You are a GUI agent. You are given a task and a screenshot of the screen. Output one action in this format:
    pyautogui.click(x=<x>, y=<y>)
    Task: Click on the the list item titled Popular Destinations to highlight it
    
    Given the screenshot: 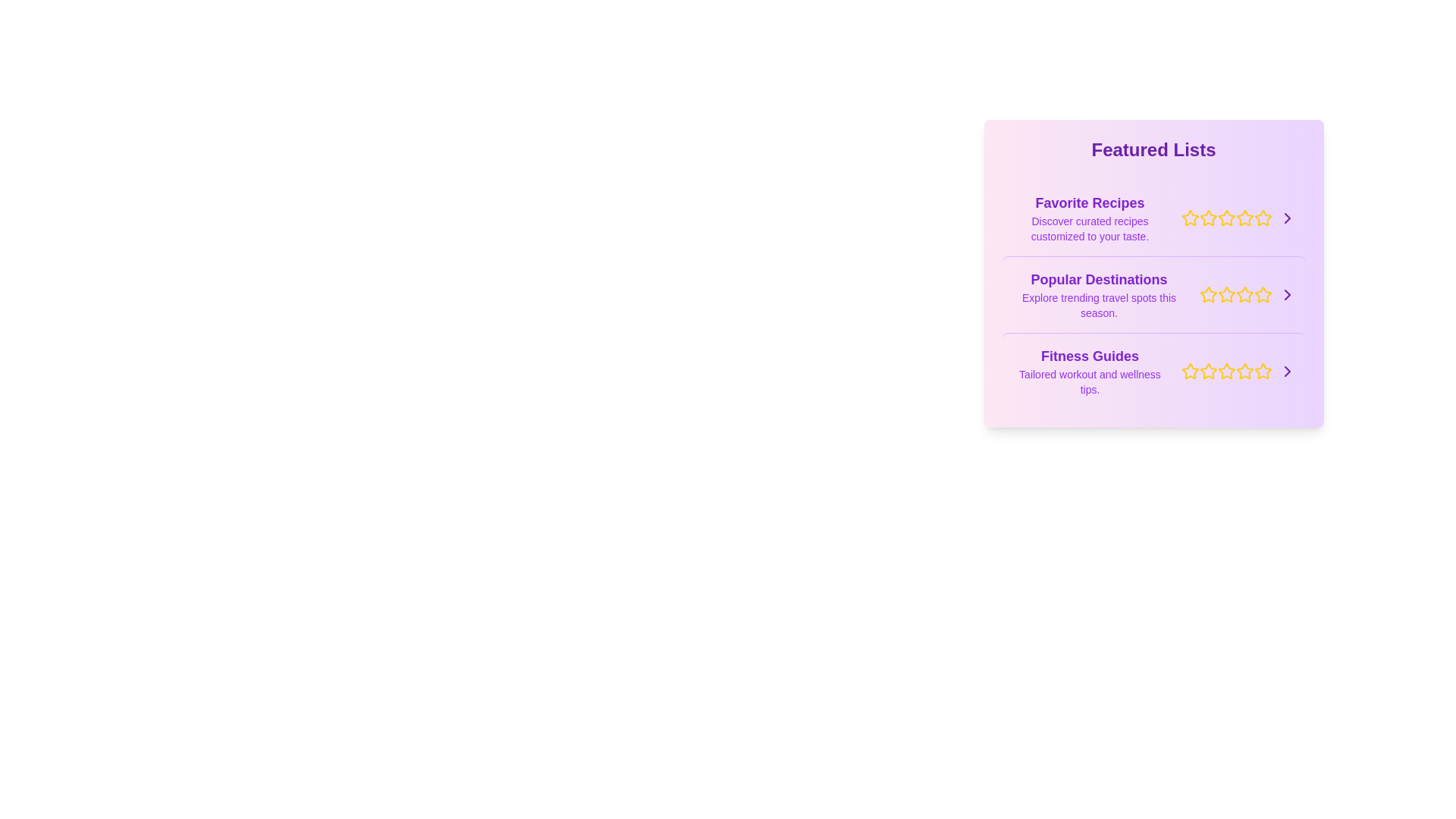 What is the action you would take?
    pyautogui.click(x=1153, y=294)
    